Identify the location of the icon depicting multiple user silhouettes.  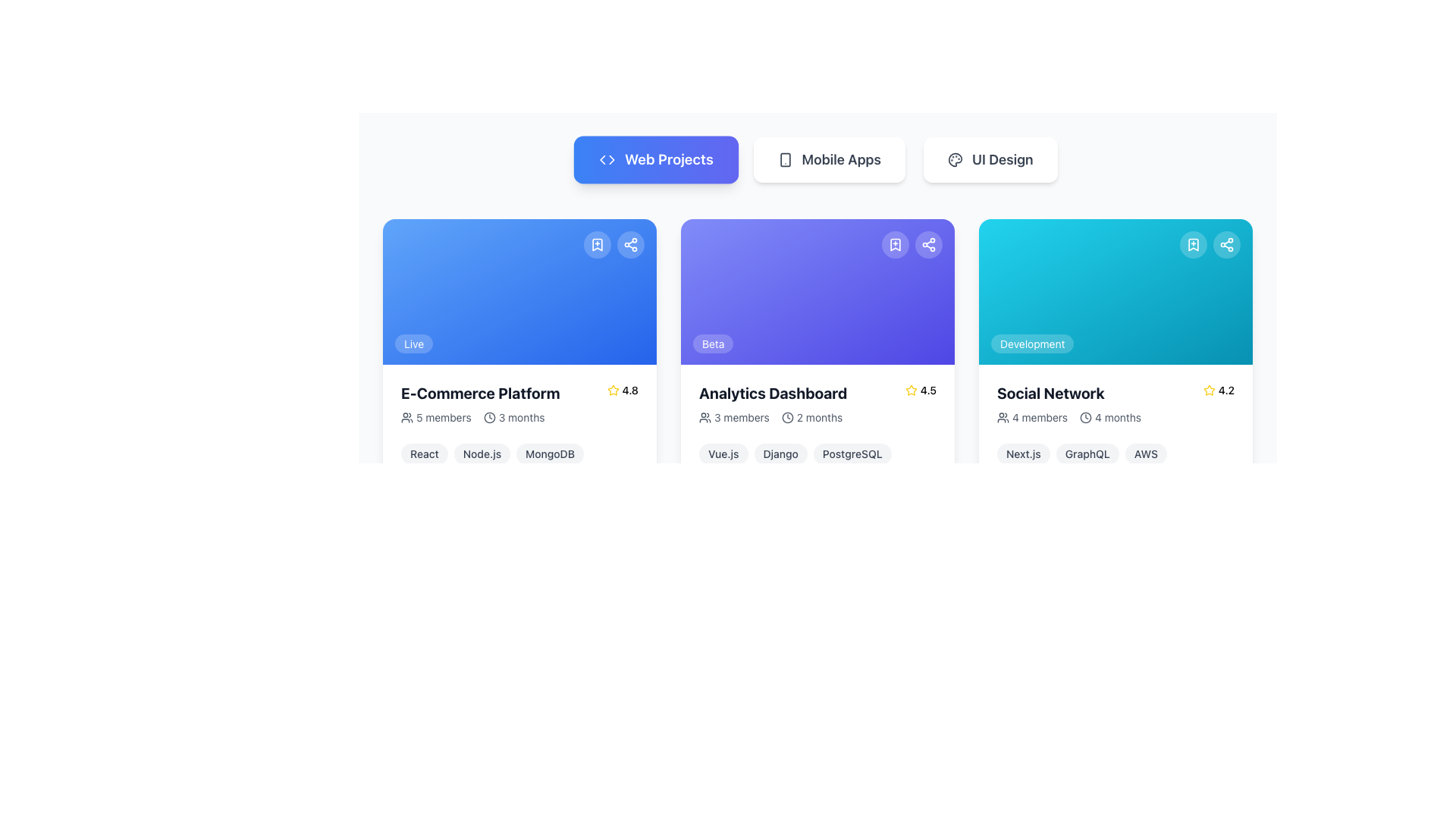
(407, 418).